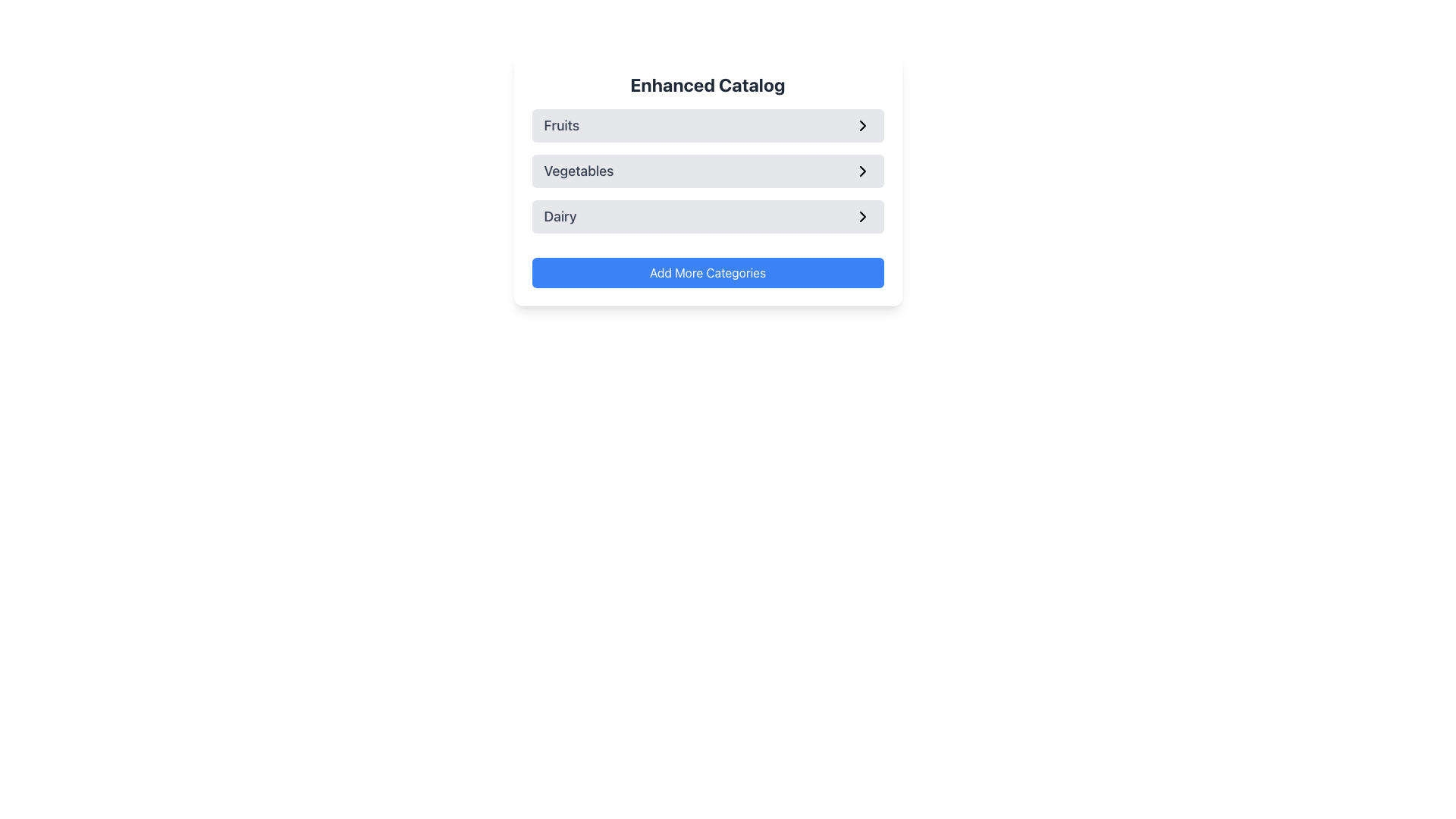 The height and width of the screenshot is (819, 1456). Describe the element at coordinates (862, 124) in the screenshot. I see `the right-facing chevron-style navigation arrow associated with the 'Fruits' category in the top menu` at that location.